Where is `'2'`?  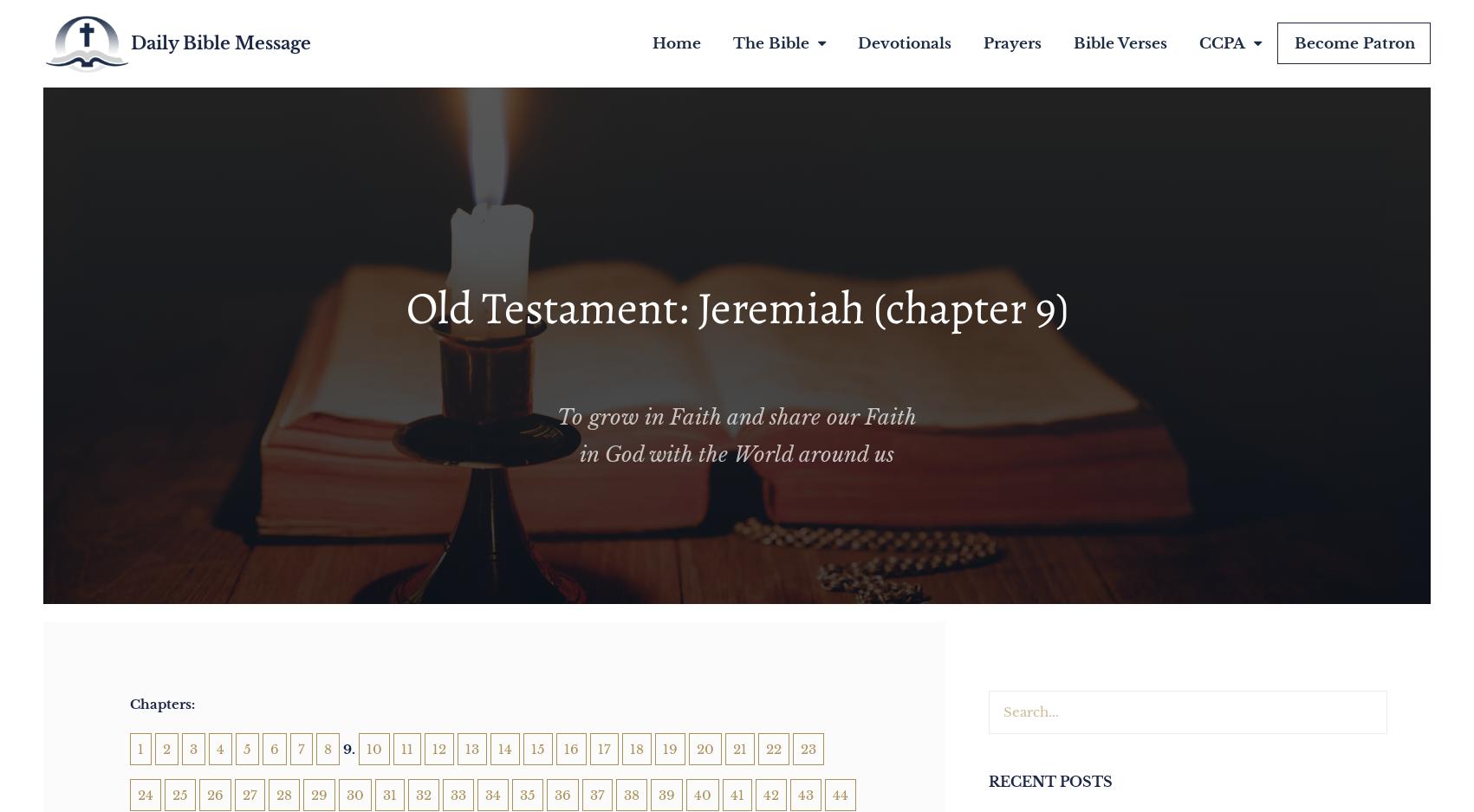
'2' is located at coordinates (166, 749).